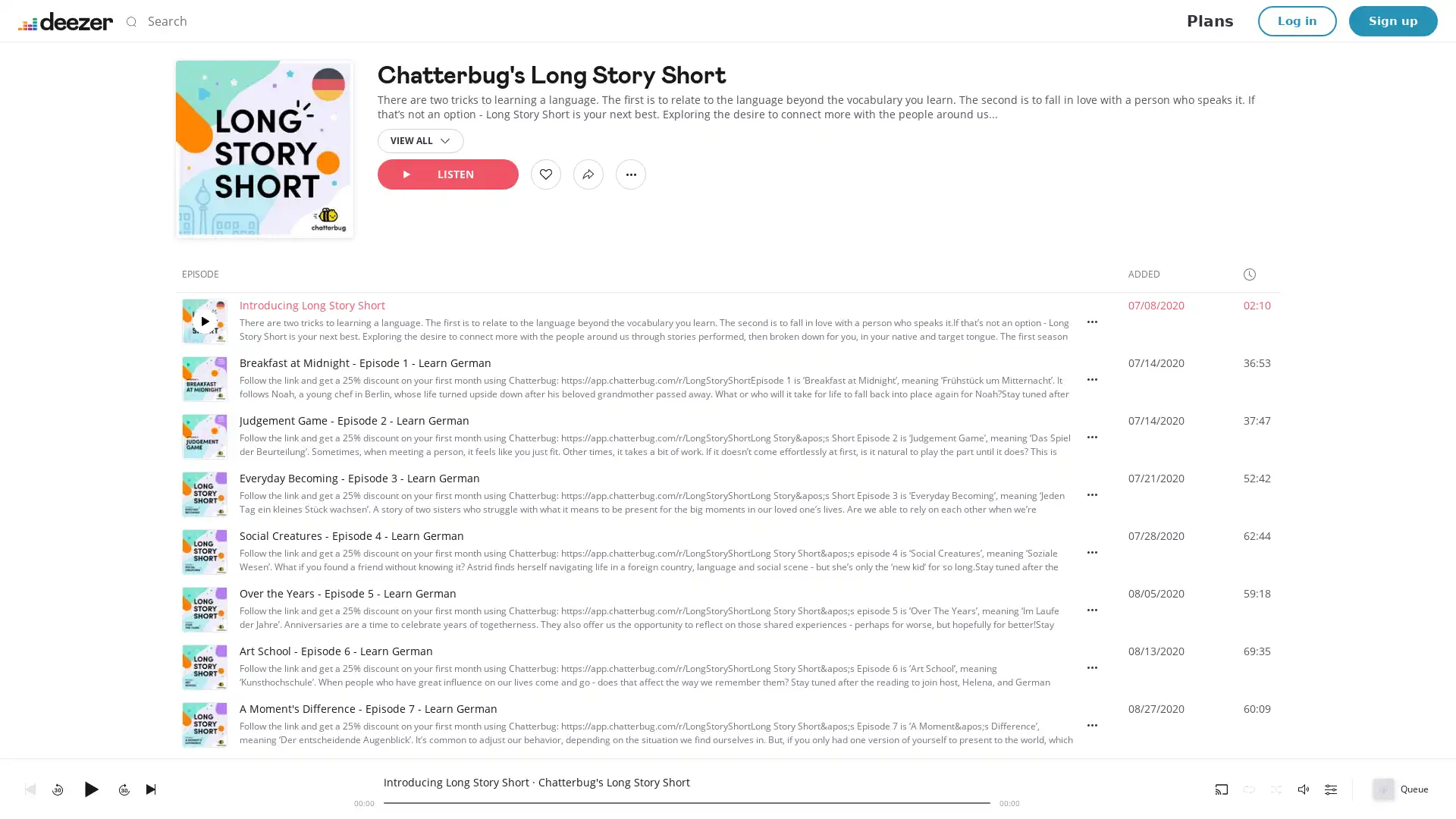 Image resolution: width=1456 pixels, height=819 pixels. Describe the element at coordinates (203, 608) in the screenshot. I see `Play Over the Years - Episode 5 - Learn German by Chatterbug's Long Story Short` at that location.